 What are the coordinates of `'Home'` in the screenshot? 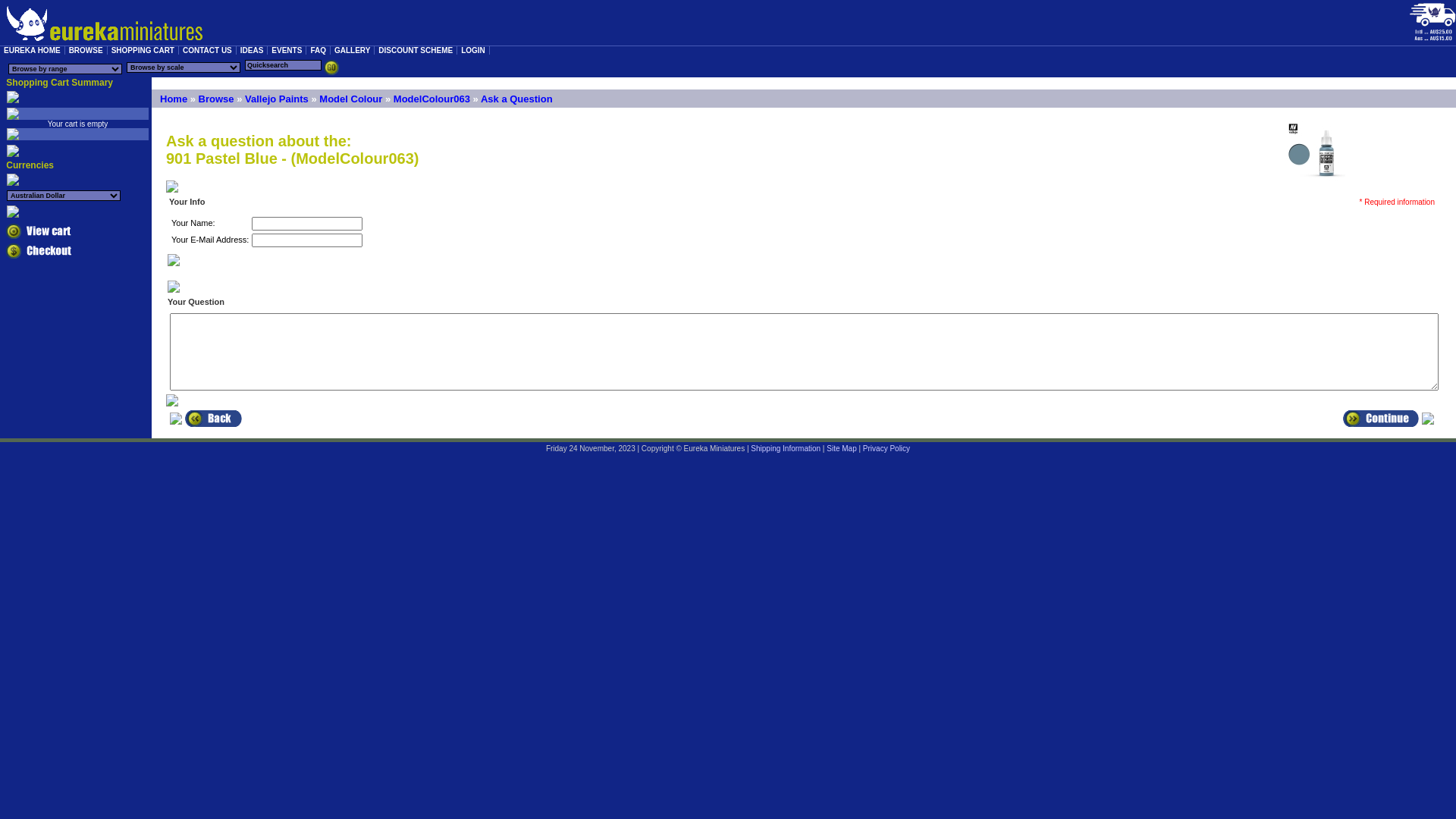 It's located at (174, 98).